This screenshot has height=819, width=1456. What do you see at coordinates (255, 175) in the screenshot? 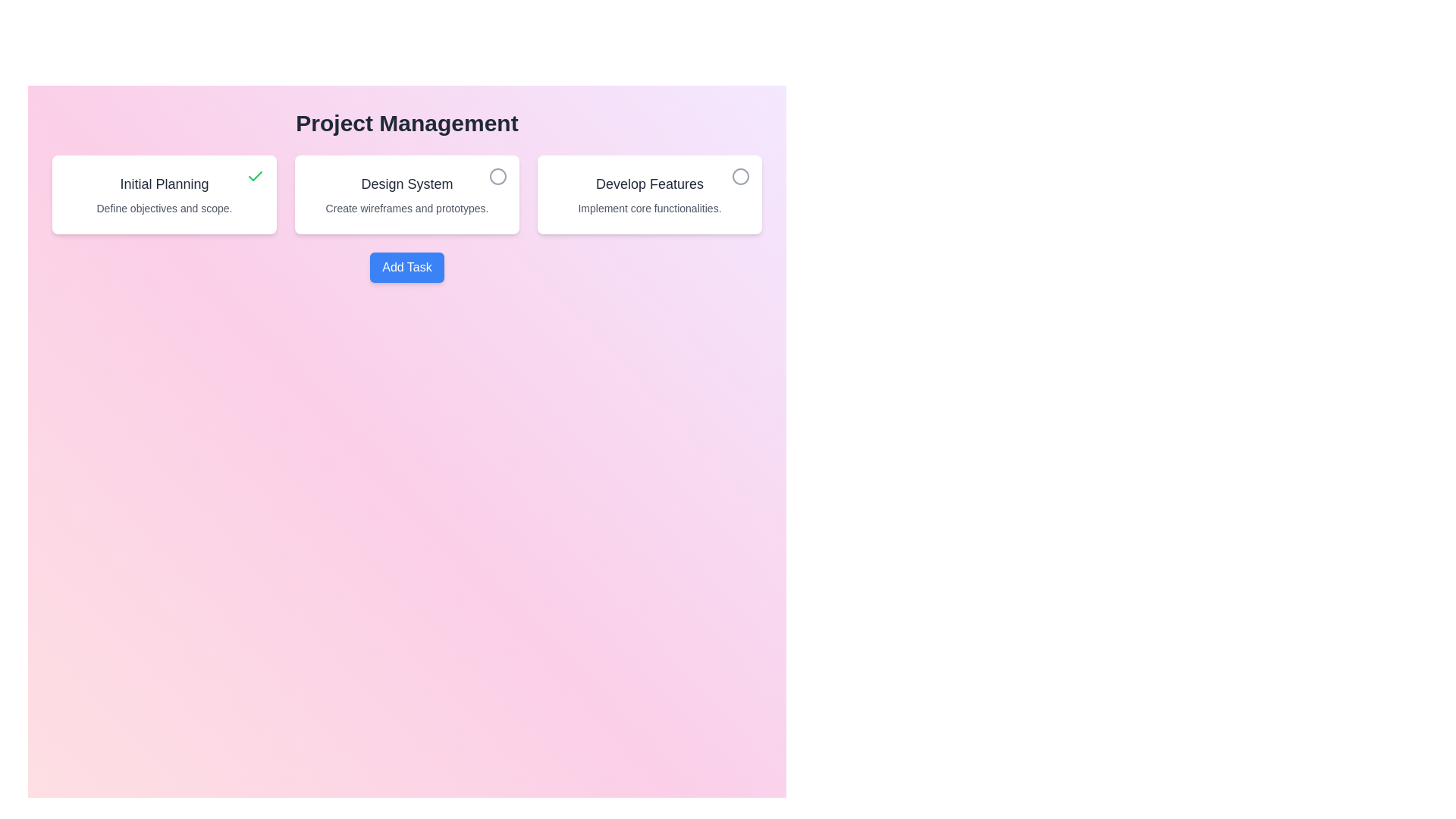
I see `the task identified by its title Initial Planning` at bounding box center [255, 175].